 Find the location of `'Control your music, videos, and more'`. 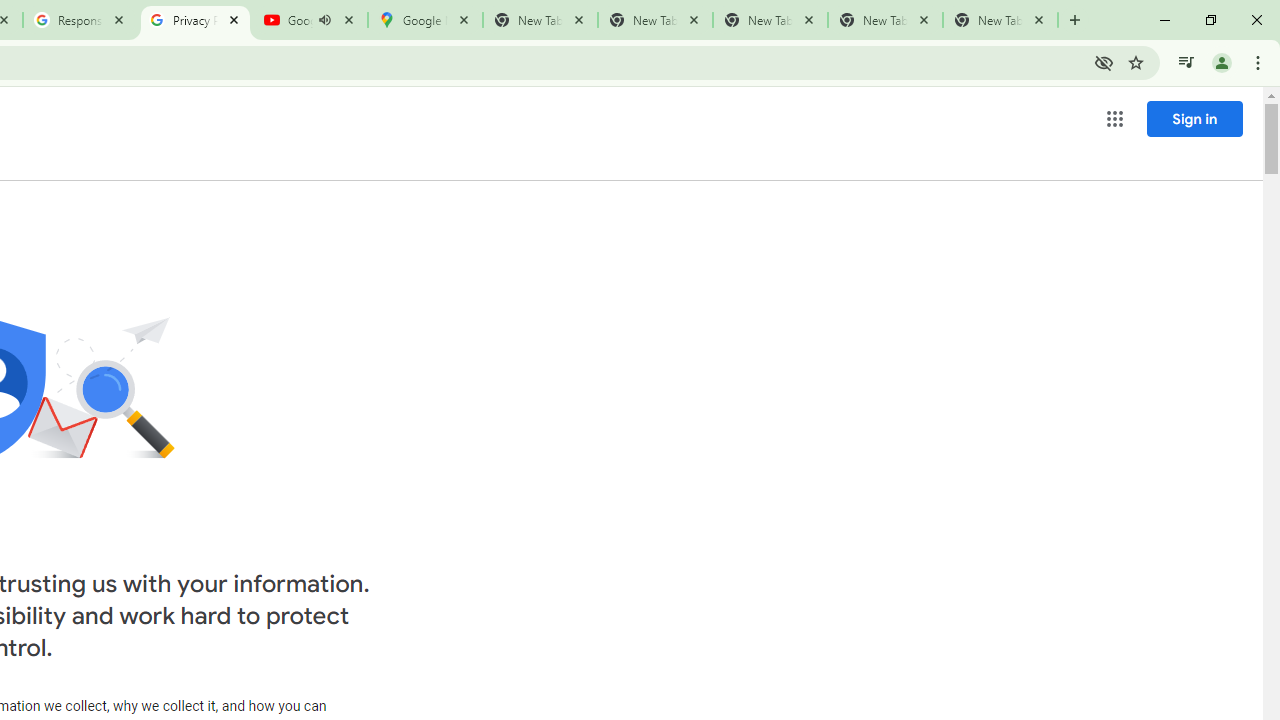

'Control your music, videos, and more' is located at coordinates (1185, 61).